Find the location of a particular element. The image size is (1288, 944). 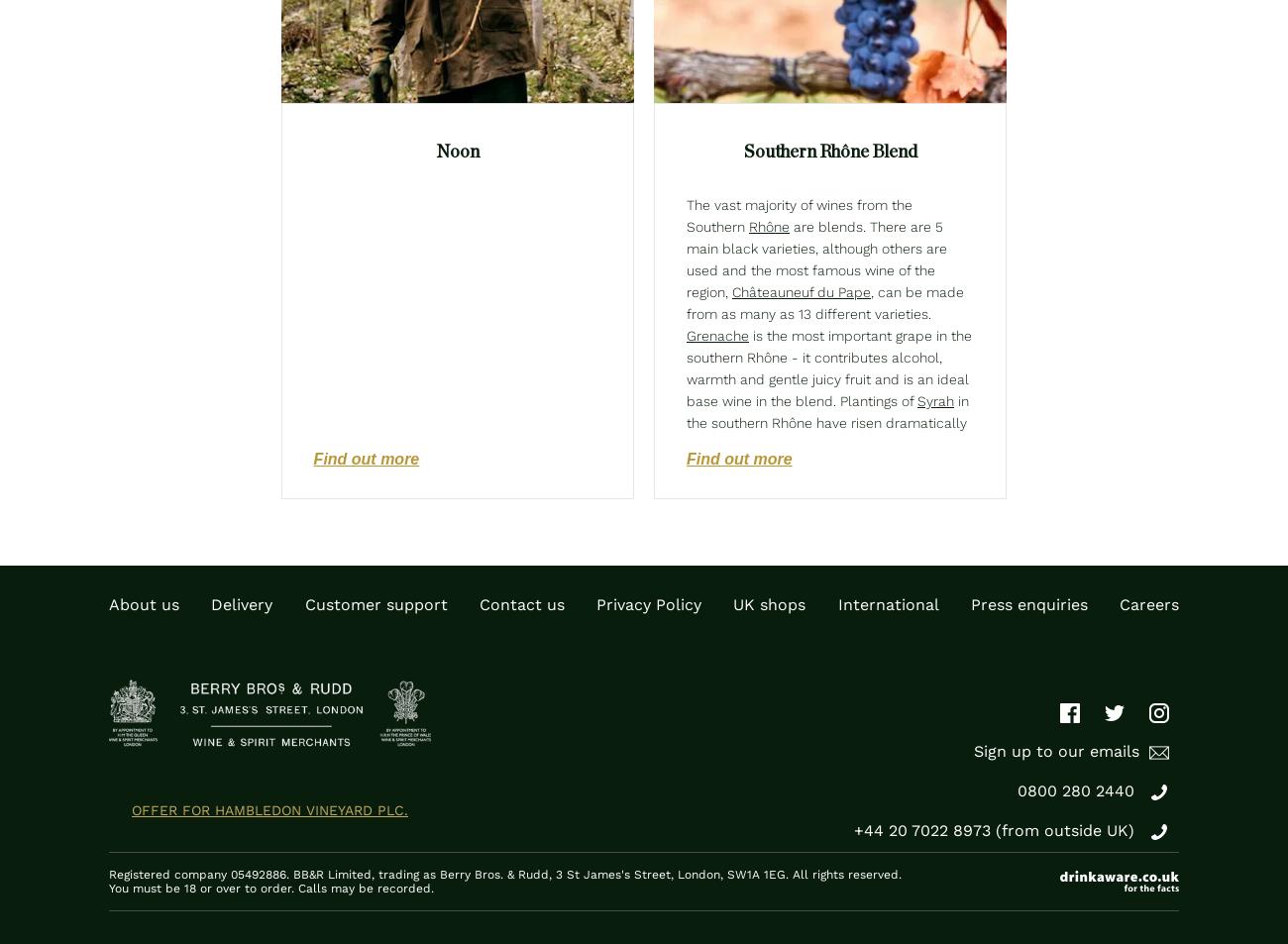

'The vast majority of wines from the Southern' is located at coordinates (799, 215).